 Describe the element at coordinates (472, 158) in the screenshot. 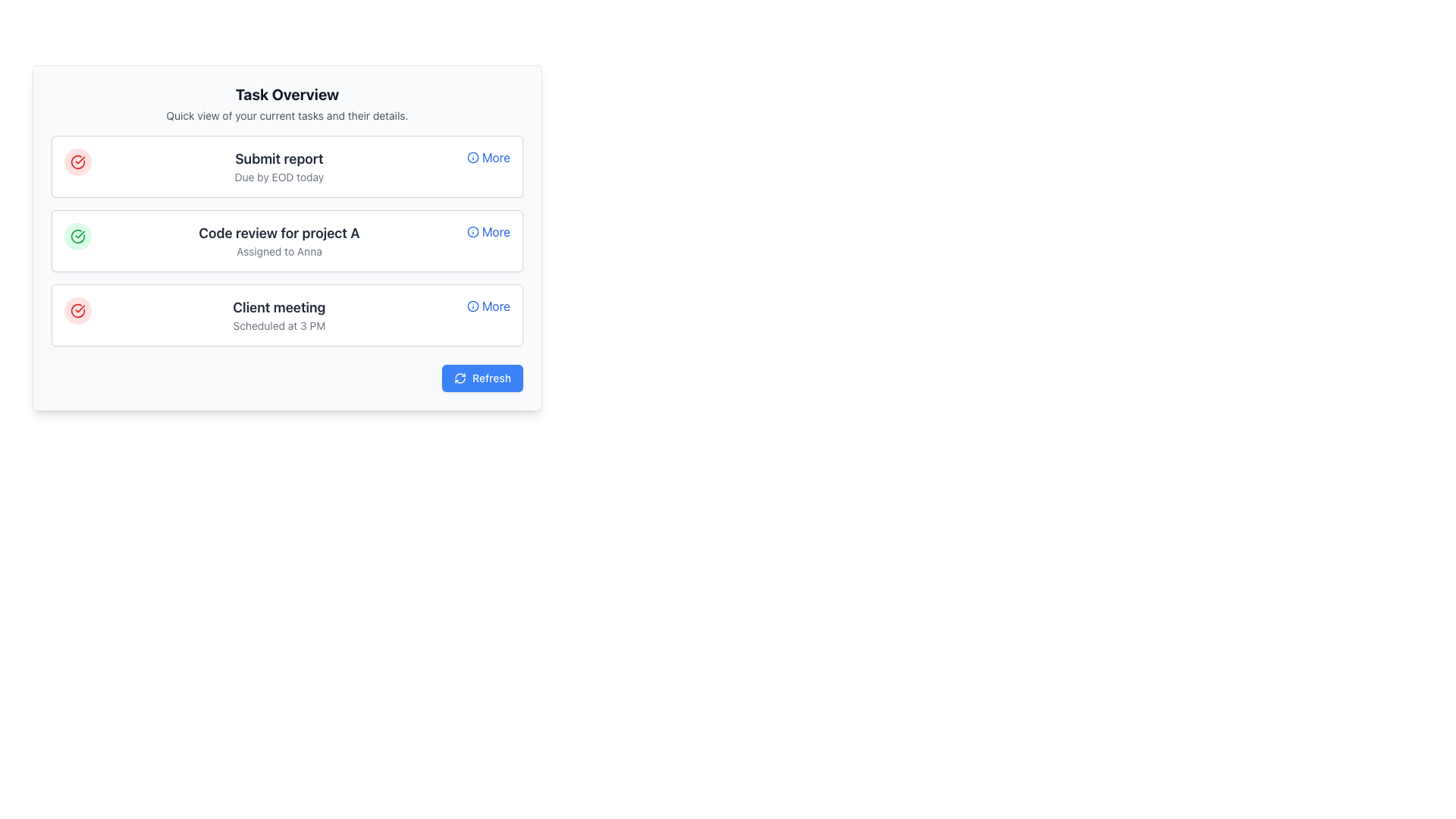

I see `the SVG-based icon that indicates additional details or options associated with the 'More' text in the 'Submit report' task card` at that location.